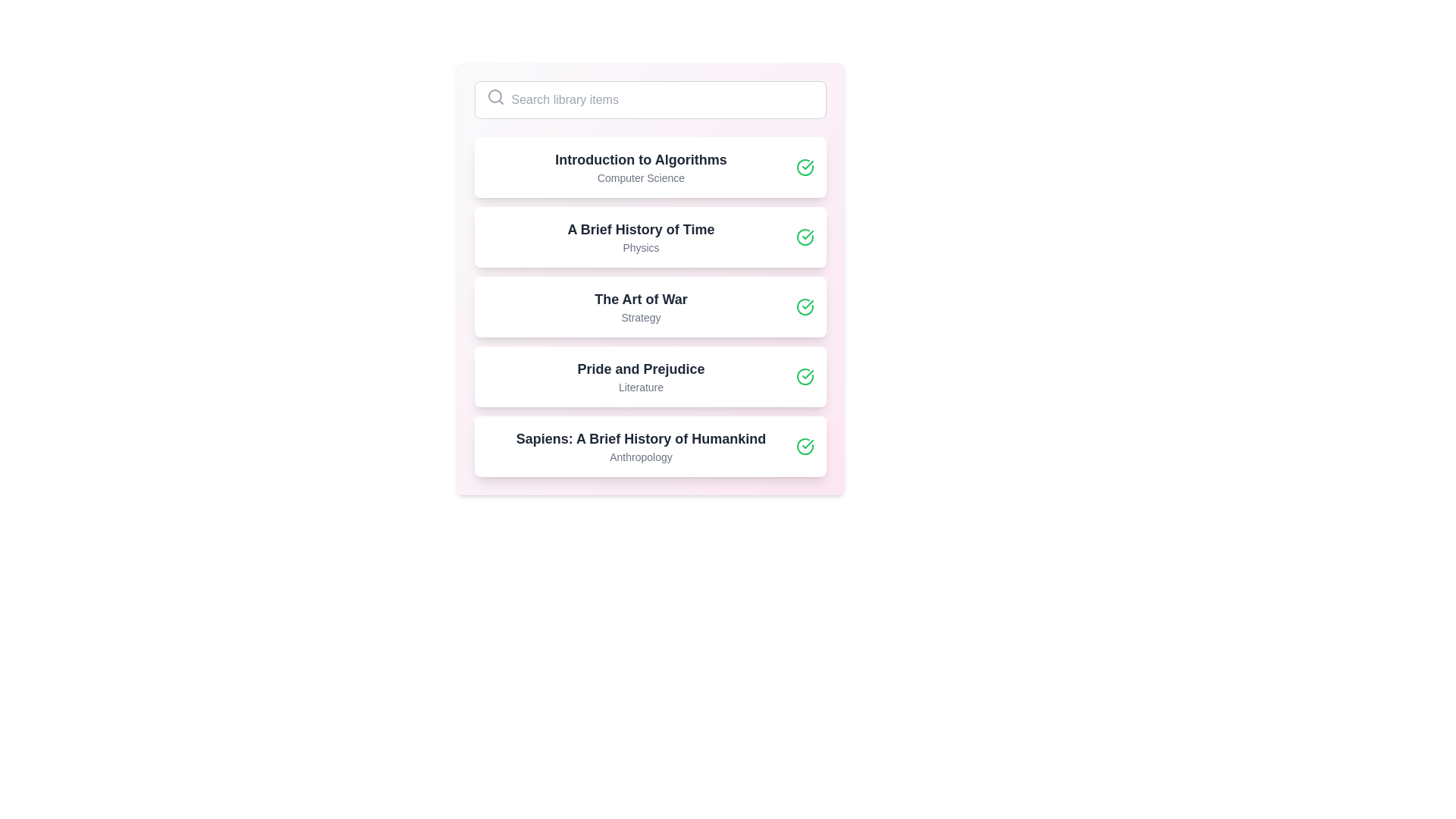 Image resolution: width=1456 pixels, height=819 pixels. What do you see at coordinates (495, 96) in the screenshot?
I see `the search icon located at the extreme left side of the text input field` at bounding box center [495, 96].